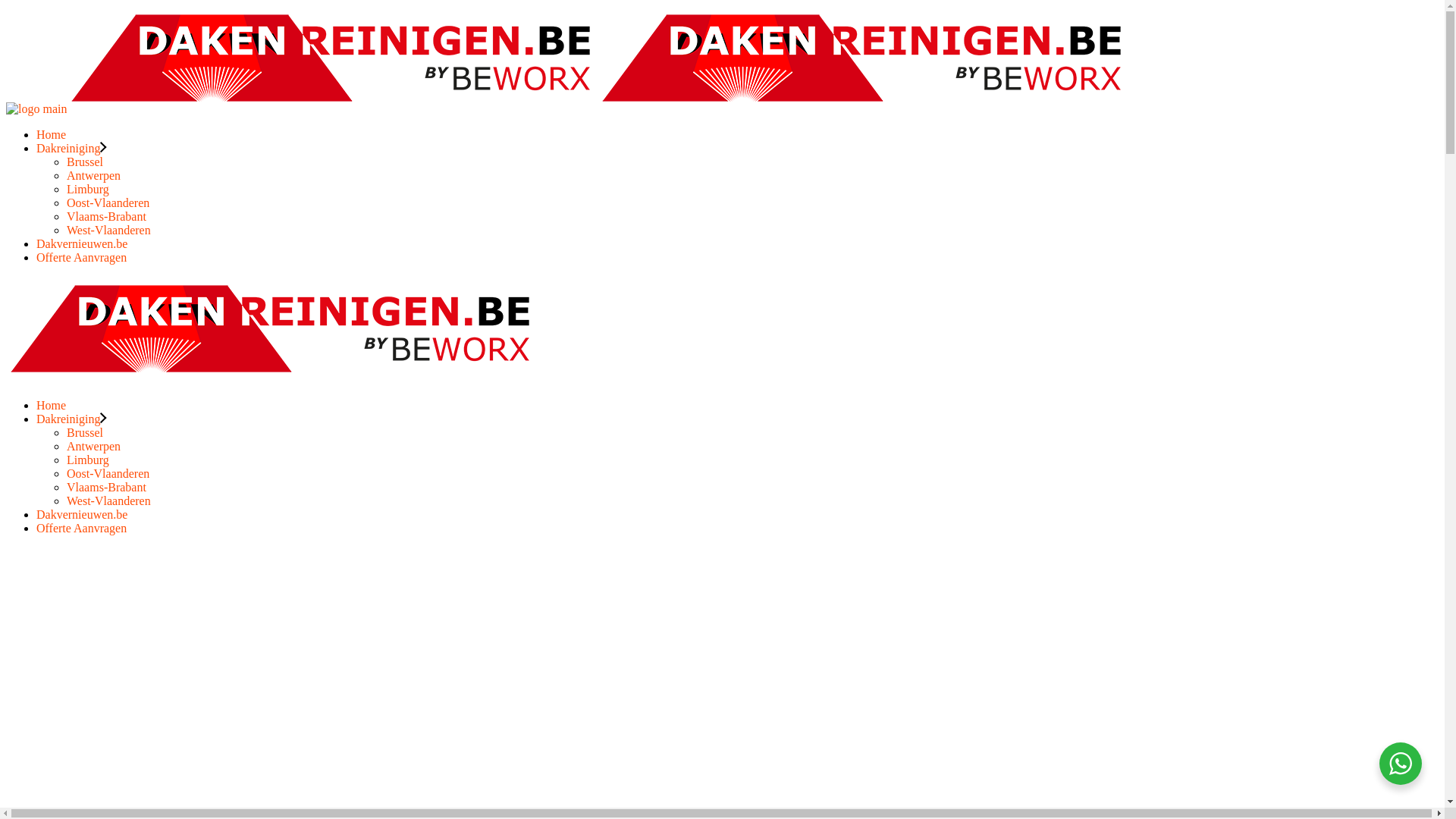 Image resolution: width=1456 pixels, height=819 pixels. What do you see at coordinates (80, 527) in the screenshot?
I see `'Offerte Aanvragen'` at bounding box center [80, 527].